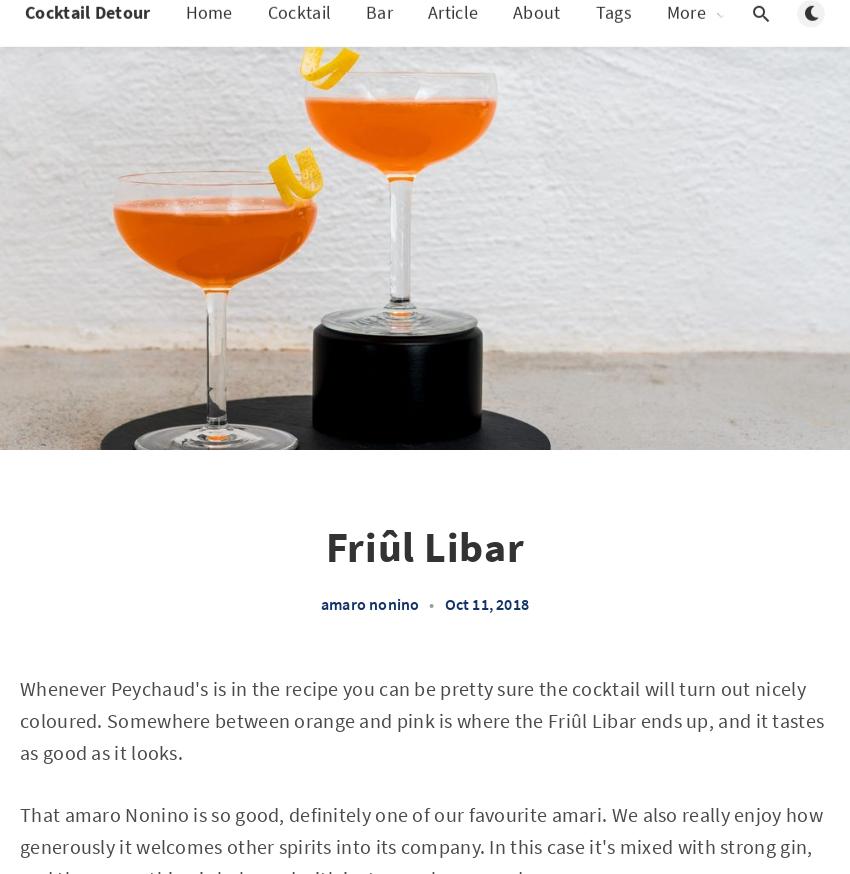 The image size is (850, 874). Describe the element at coordinates (183, 31) in the screenshot. I see `'Home'` at that location.